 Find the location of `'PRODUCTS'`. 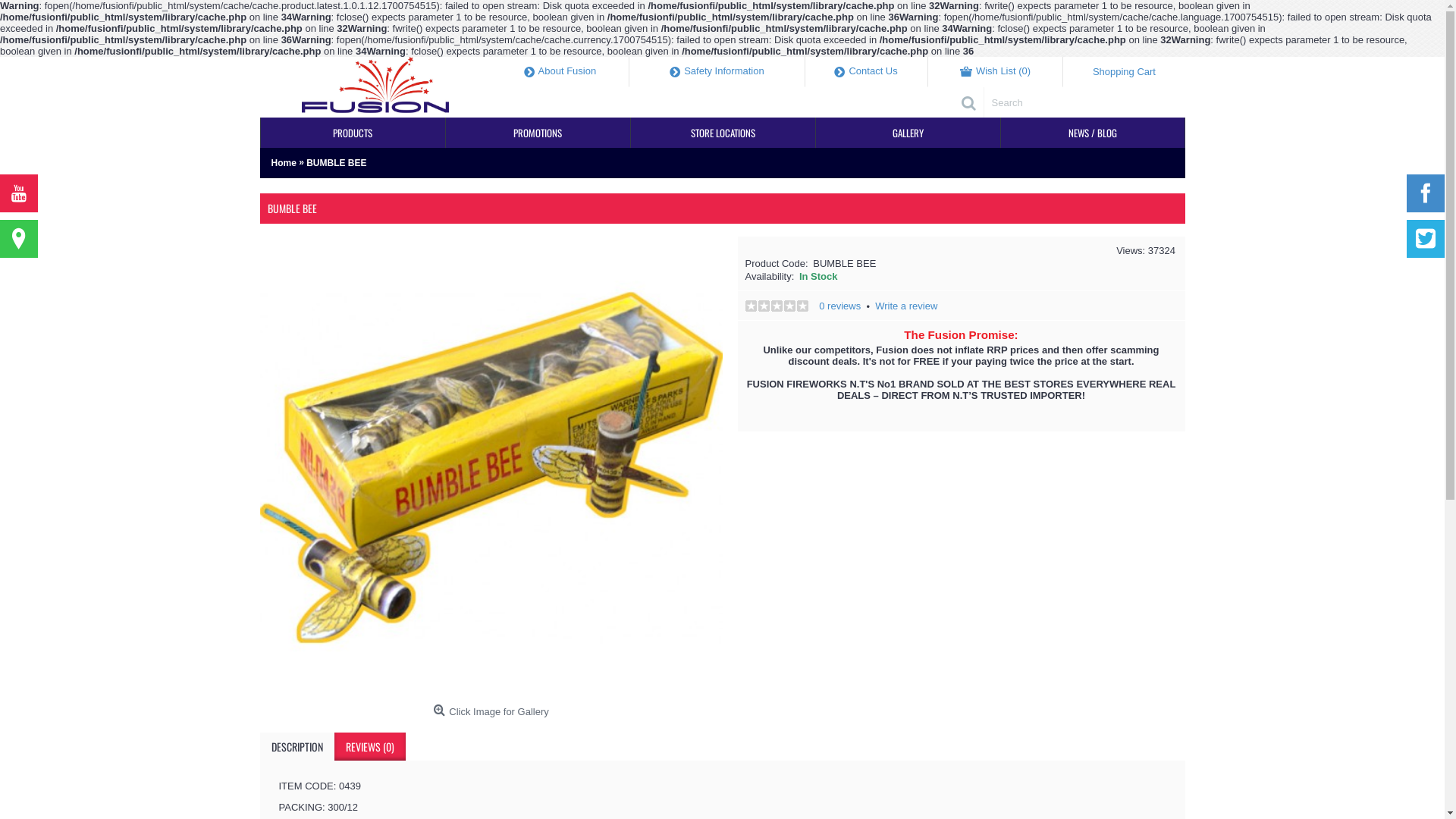

'PRODUCTS' is located at coordinates (352, 131).